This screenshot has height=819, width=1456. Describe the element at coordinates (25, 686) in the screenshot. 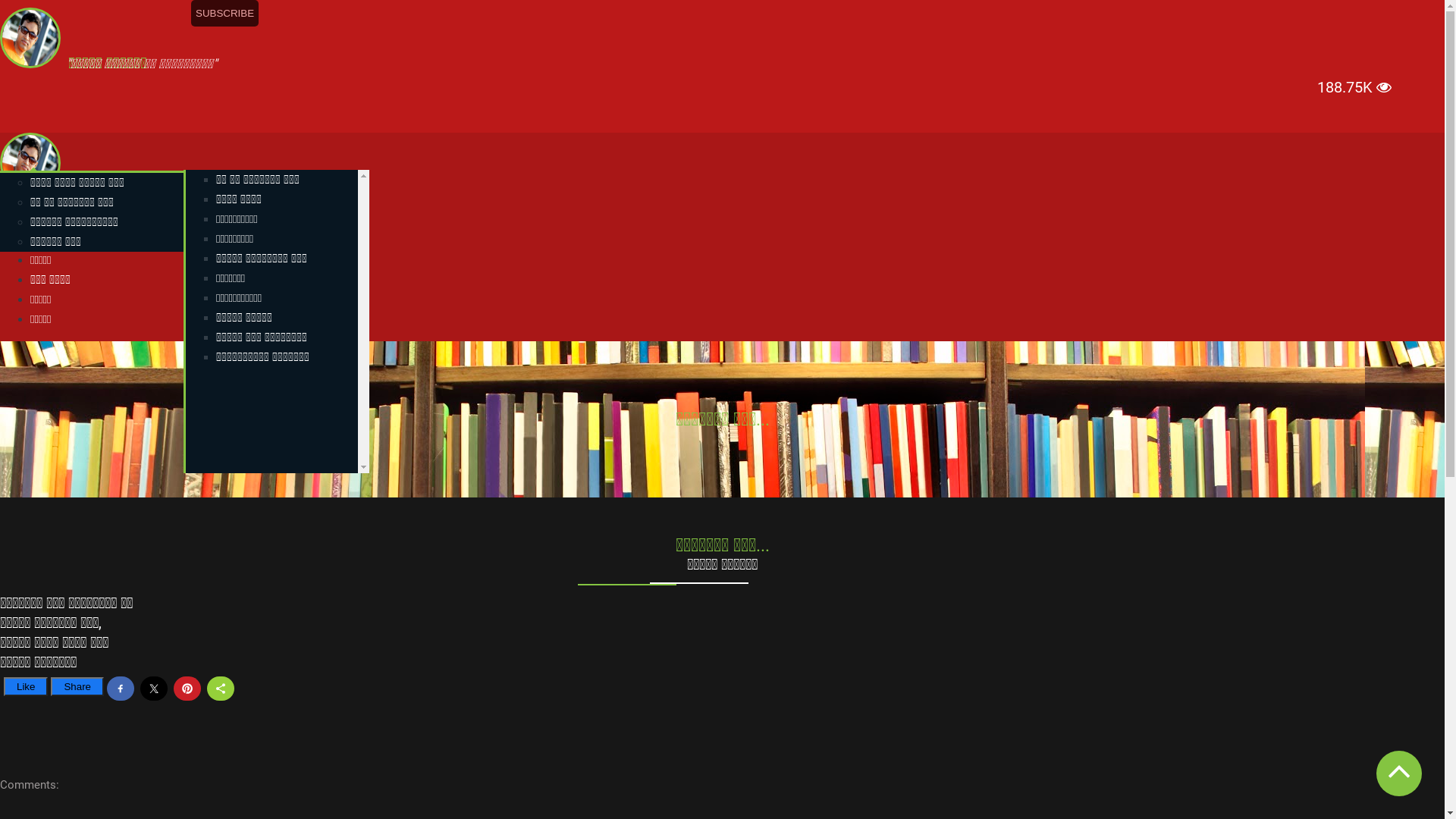

I see `'Like'` at that location.